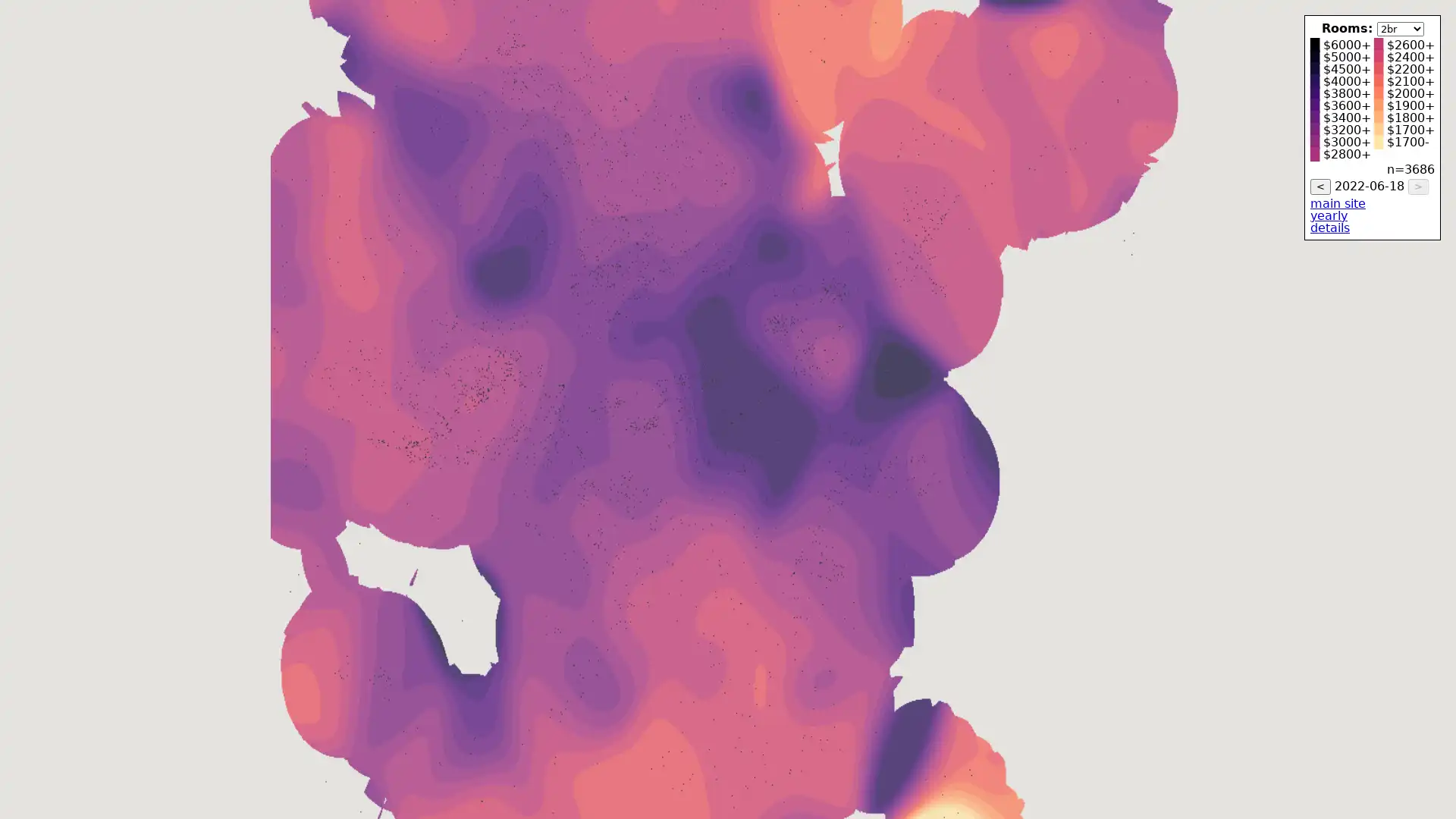 This screenshot has height=819, width=1456. I want to click on >, so click(1417, 186).